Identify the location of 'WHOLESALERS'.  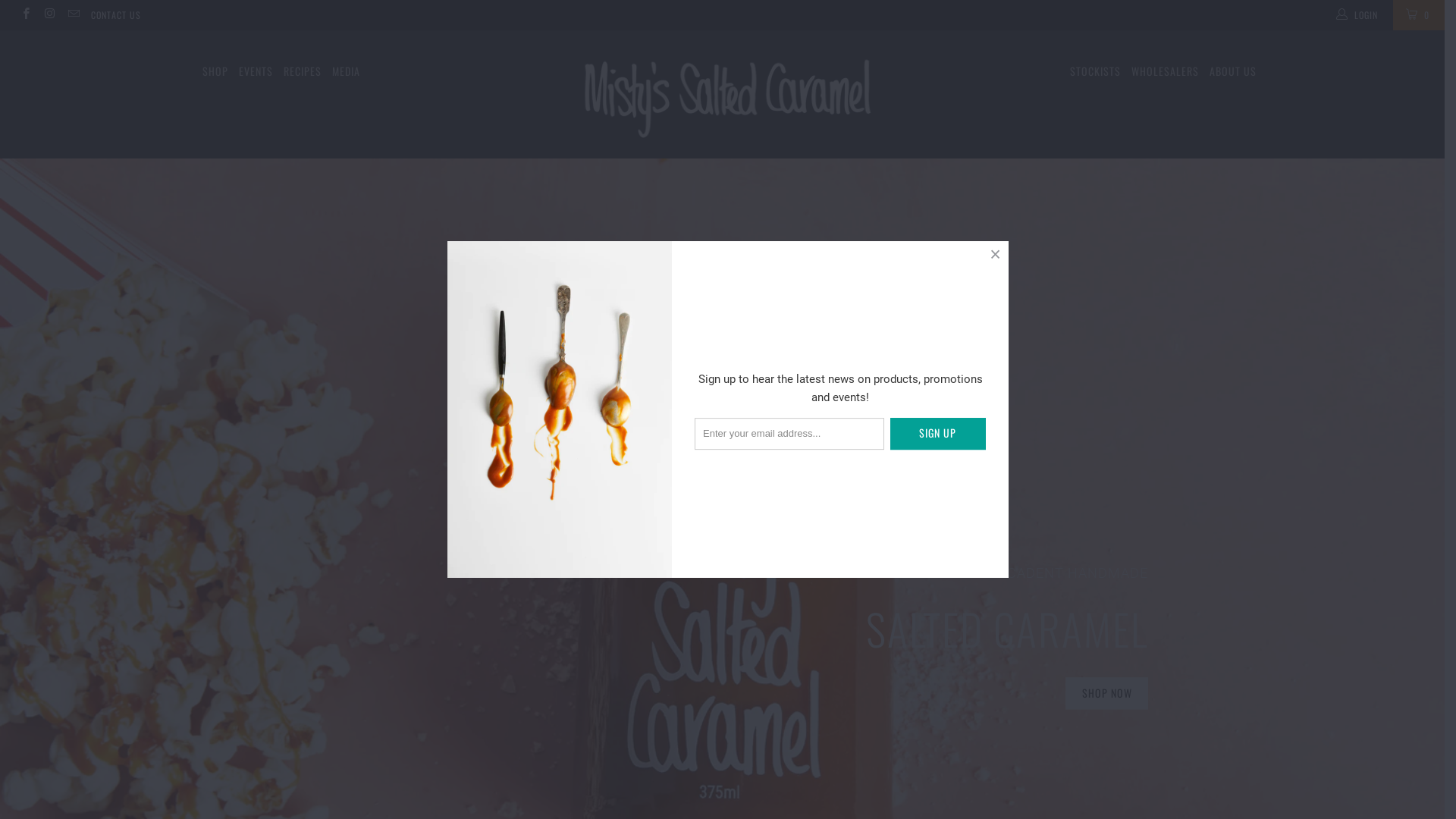
(1164, 71).